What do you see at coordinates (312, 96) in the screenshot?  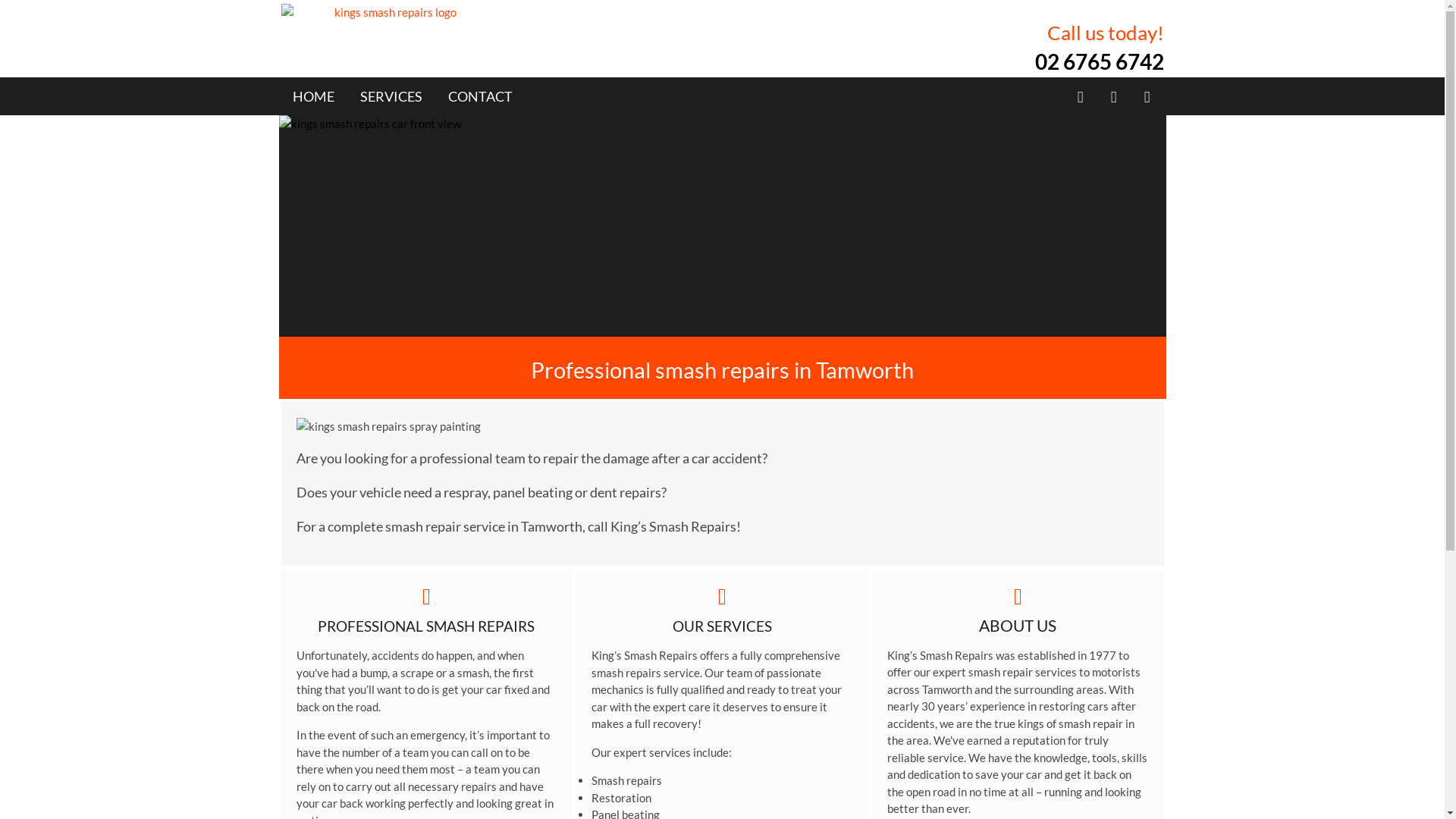 I see `'HOME'` at bounding box center [312, 96].